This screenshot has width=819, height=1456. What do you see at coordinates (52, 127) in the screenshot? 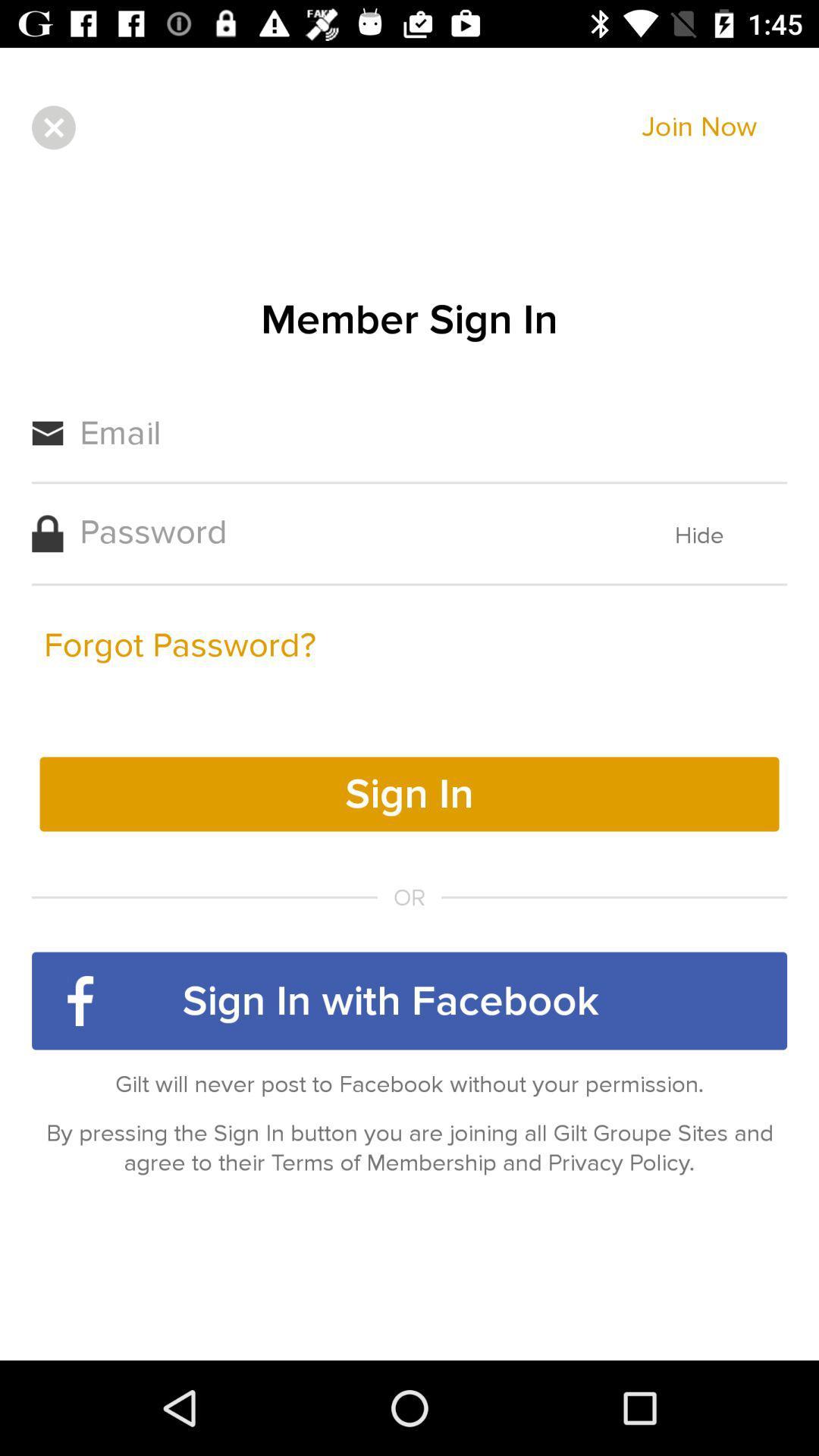
I see `the icon above member sign in icon` at bounding box center [52, 127].